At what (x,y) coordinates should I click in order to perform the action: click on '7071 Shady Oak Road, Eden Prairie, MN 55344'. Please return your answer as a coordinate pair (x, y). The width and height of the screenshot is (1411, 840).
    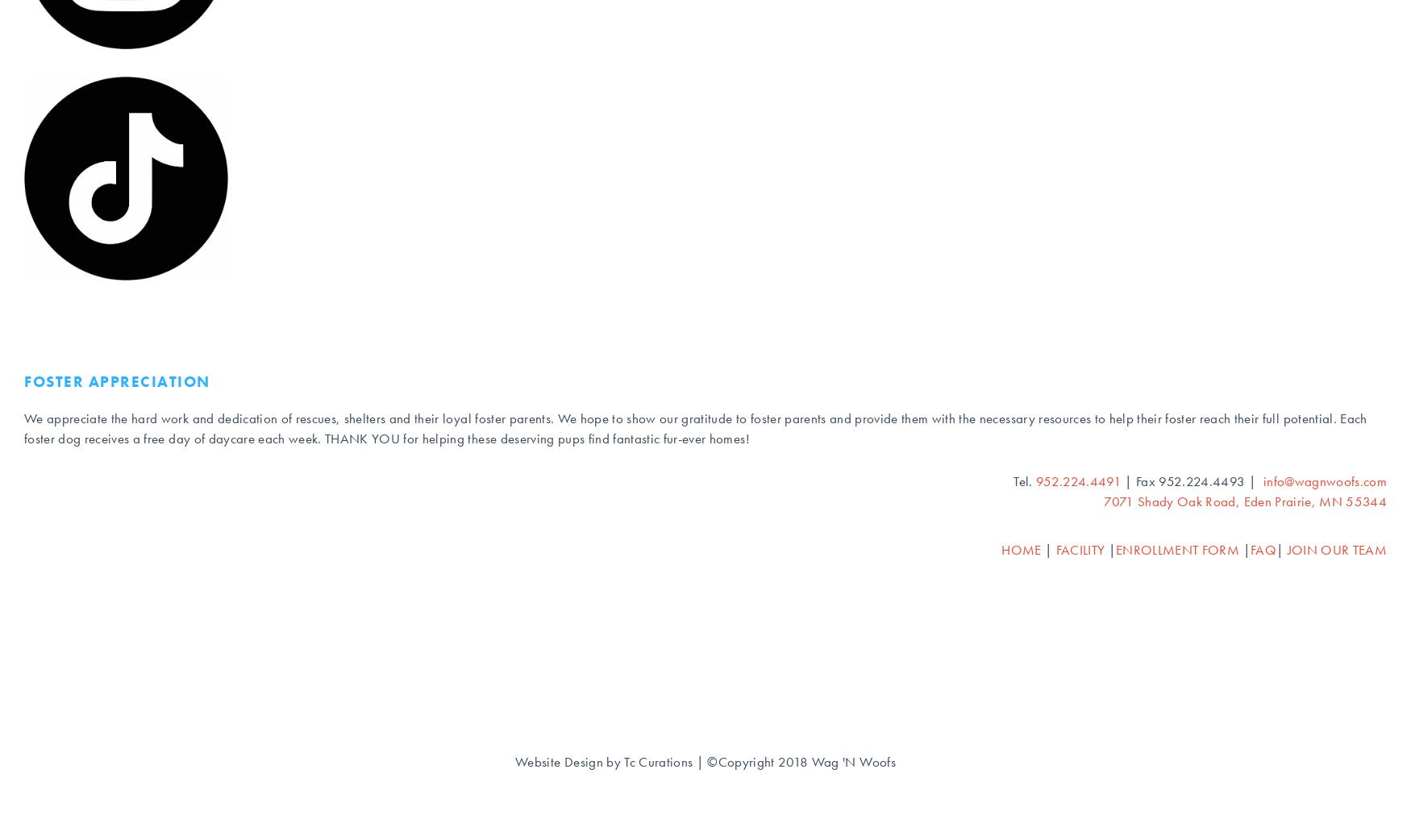
    Looking at the image, I should click on (1244, 501).